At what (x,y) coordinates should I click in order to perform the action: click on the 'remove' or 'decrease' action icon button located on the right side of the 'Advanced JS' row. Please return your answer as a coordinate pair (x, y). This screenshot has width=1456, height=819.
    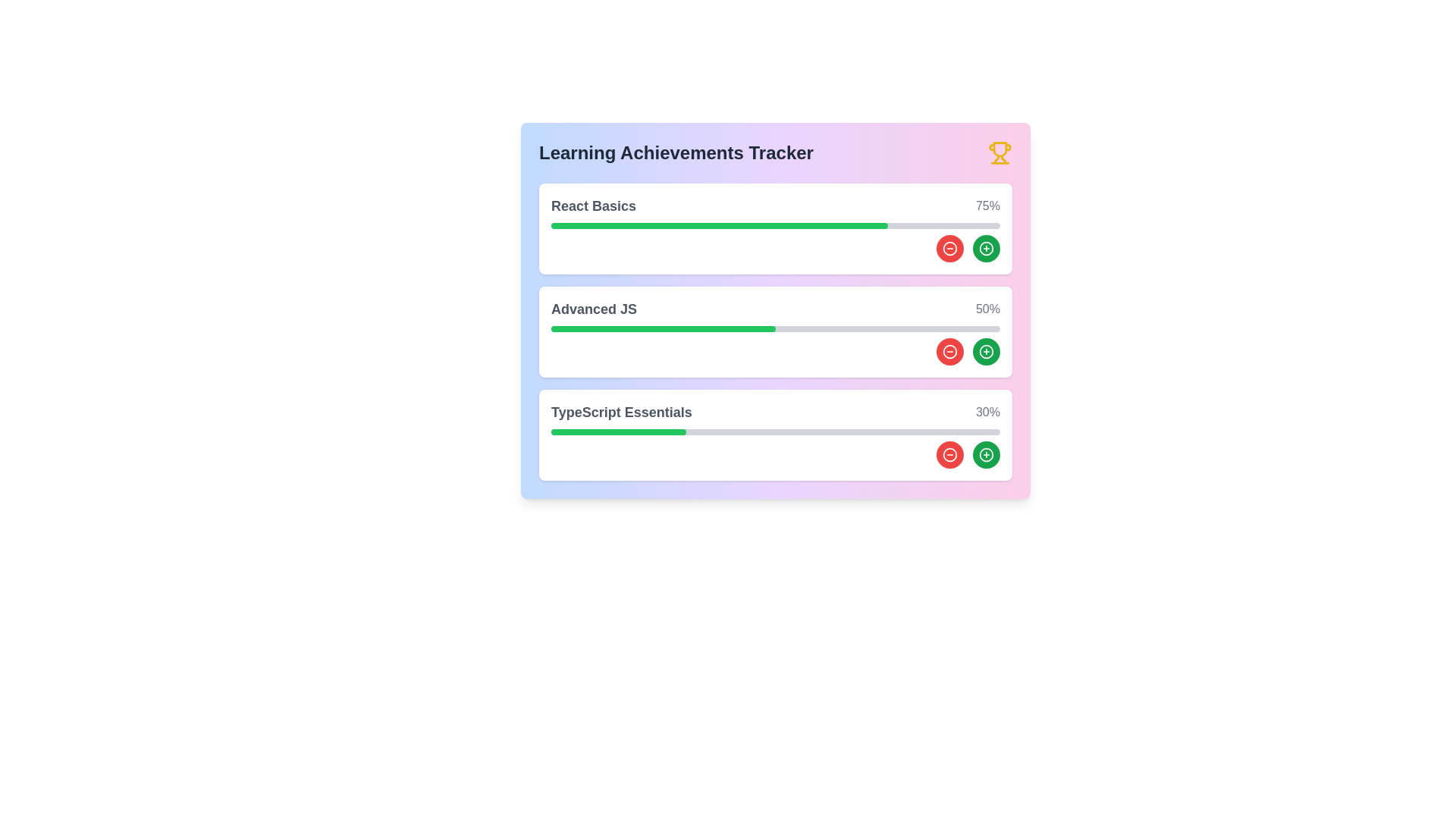
    Looking at the image, I should click on (949, 454).